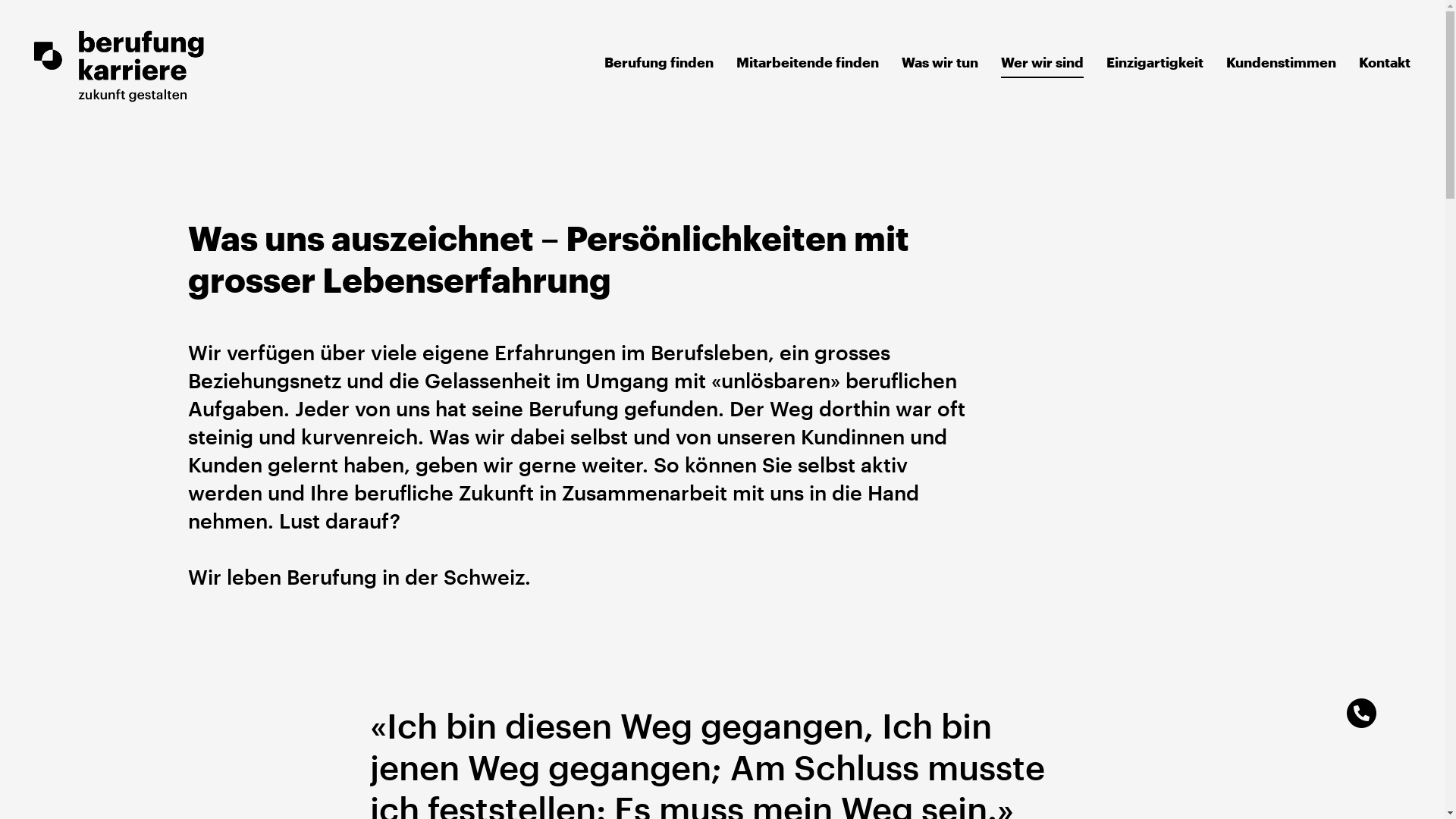 The image size is (1456, 819). Describe the element at coordinates (1041, 65) in the screenshot. I see `'Wer wir sind'` at that location.